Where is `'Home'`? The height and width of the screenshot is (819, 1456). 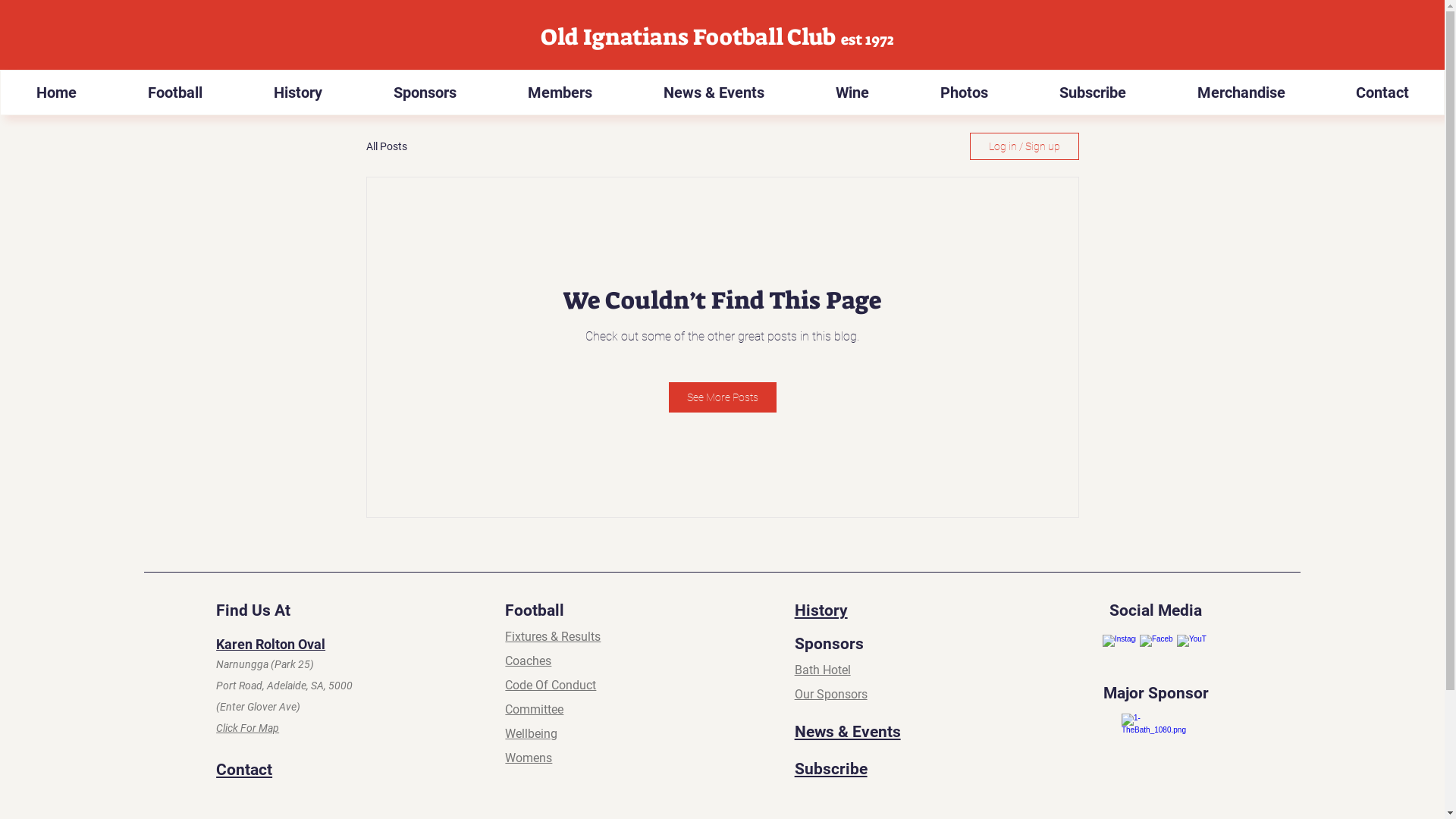 'Home' is located at coordinates (55, 93).